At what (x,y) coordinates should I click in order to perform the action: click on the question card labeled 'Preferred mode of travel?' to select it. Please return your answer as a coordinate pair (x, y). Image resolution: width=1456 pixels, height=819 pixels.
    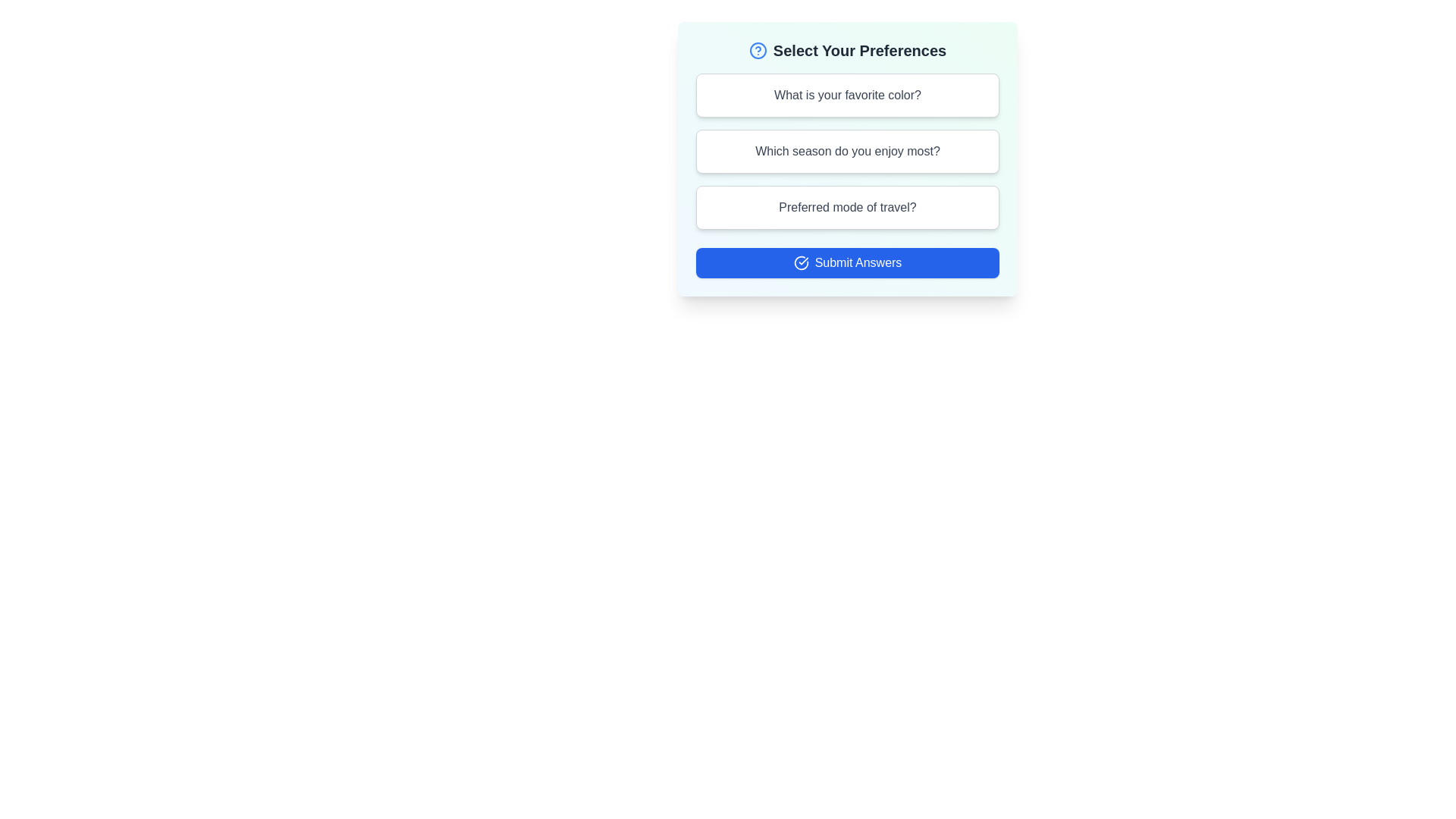
    Looking at the image, I should click on (847, 207).